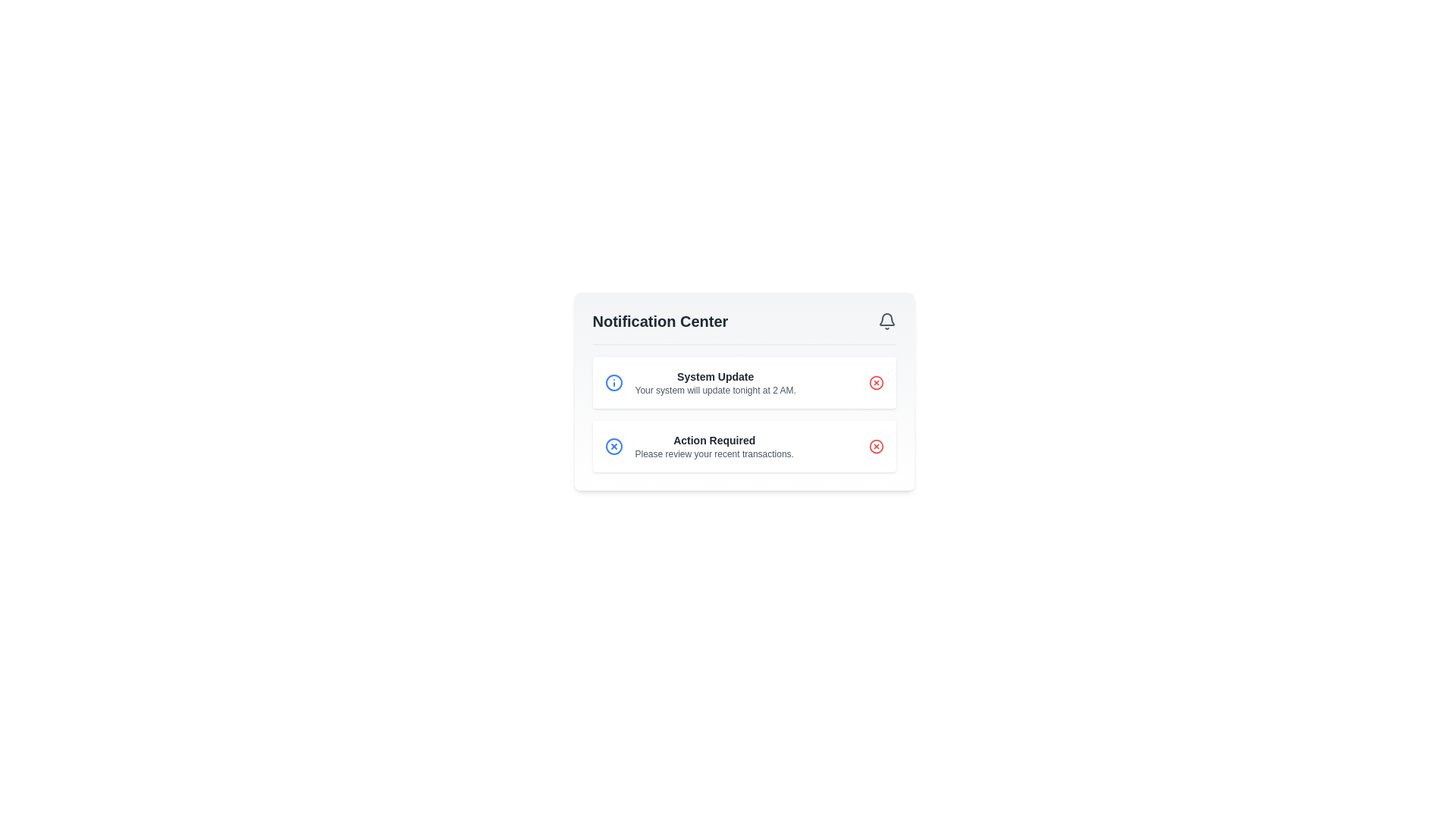 This screenshot has width=1456, height=819. Describe the element at coordinates (886, 321) in the screenshot. I see `the bell icon located at the far right end of the header area, adjacent to the 'Notification Center' text` at that location.